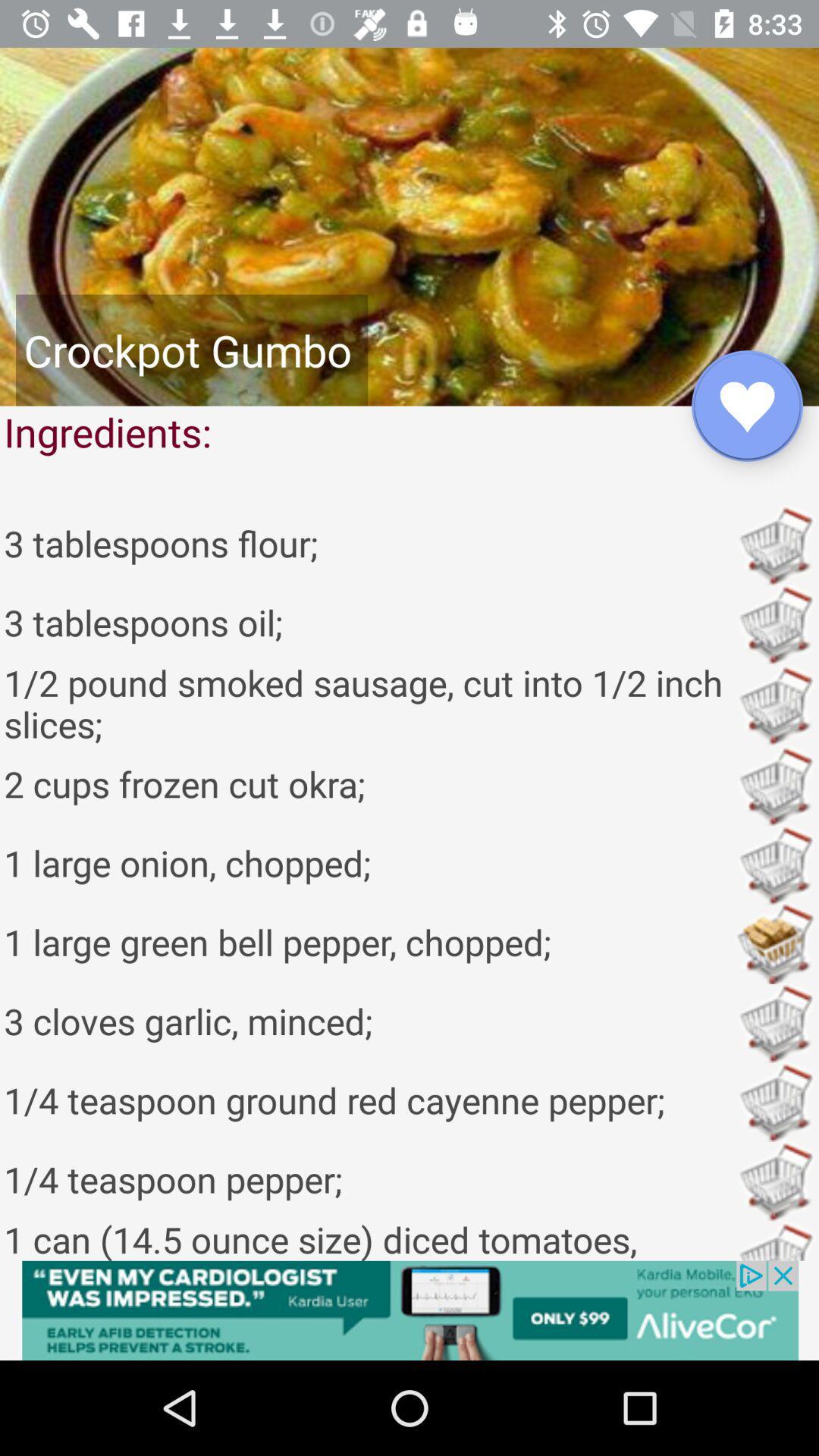 The height and width of the screenshot is (1456, 819). Describe the element at coordinates (409, 1310) in the screenshot. I see `opens advertisement` at that location.